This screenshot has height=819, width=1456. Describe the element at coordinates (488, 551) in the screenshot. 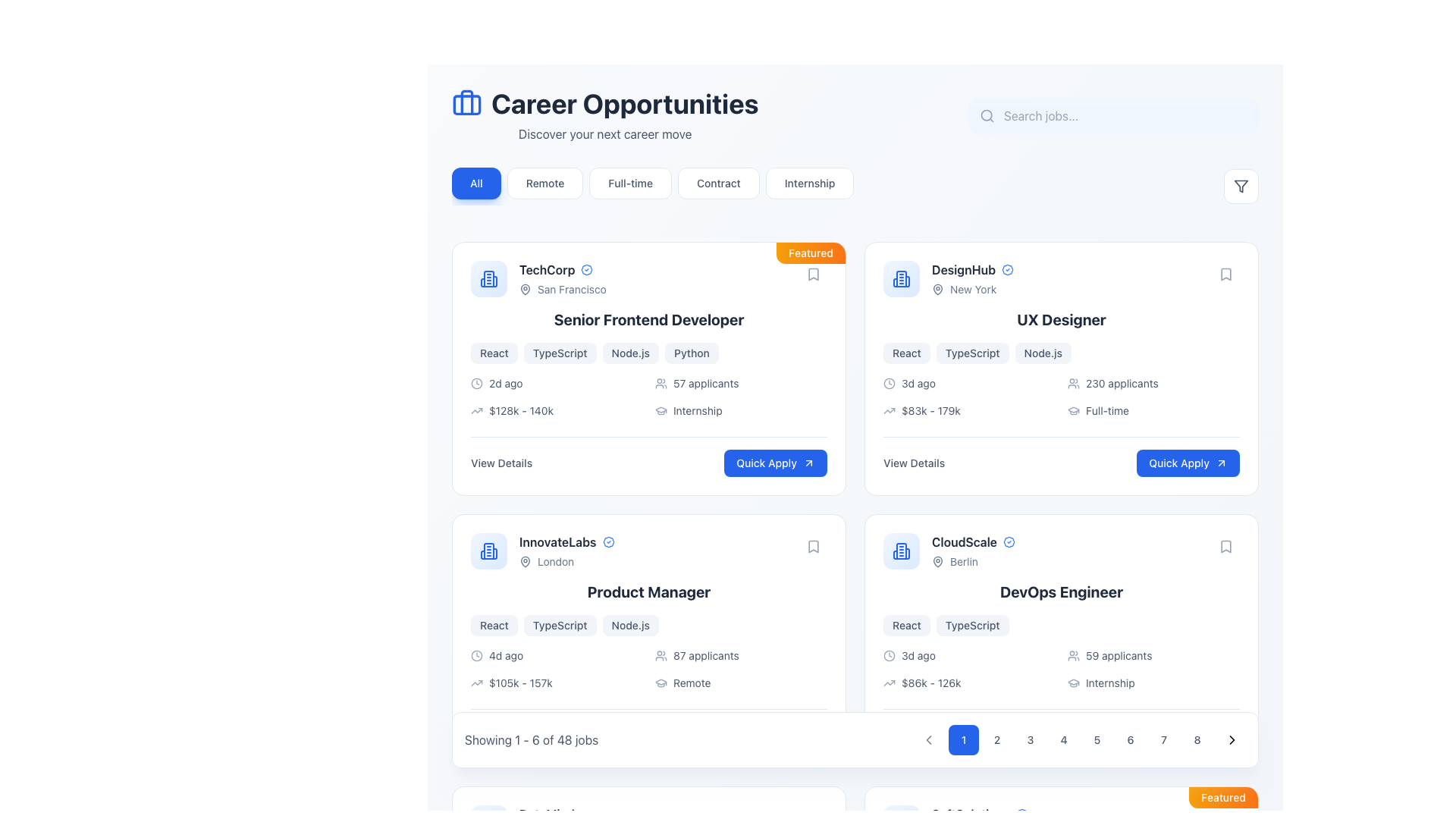

I see `icon representing the company or organization associated with the job listing for 'InnovateLabs' located above the text 'London' and 'Product Manager'` at that location.